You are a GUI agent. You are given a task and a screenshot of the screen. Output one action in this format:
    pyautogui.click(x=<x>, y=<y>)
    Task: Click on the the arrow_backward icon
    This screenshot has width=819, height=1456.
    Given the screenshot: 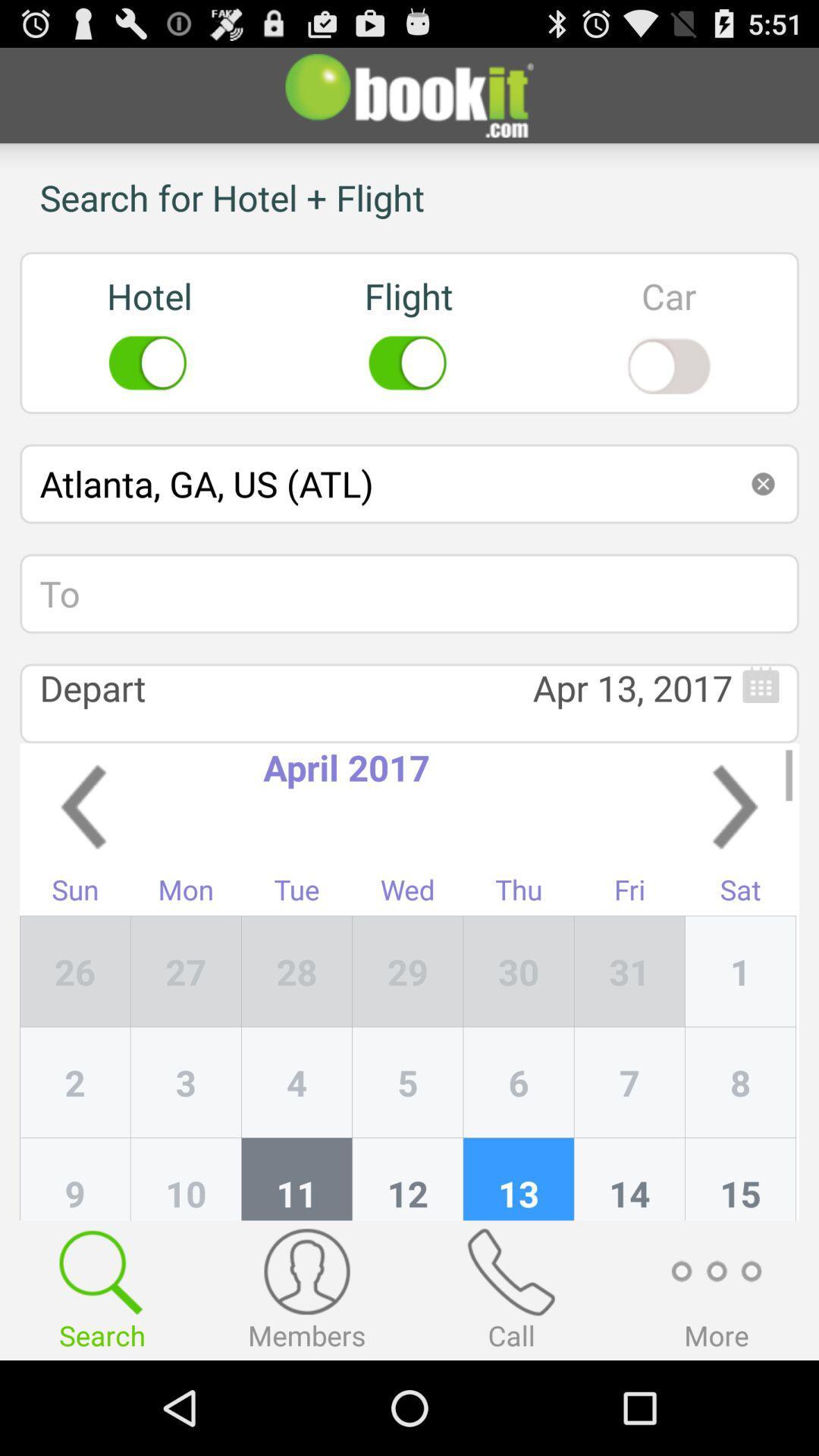 What is the action you would take?
    pyautogui.click(x=83, y=863)
    